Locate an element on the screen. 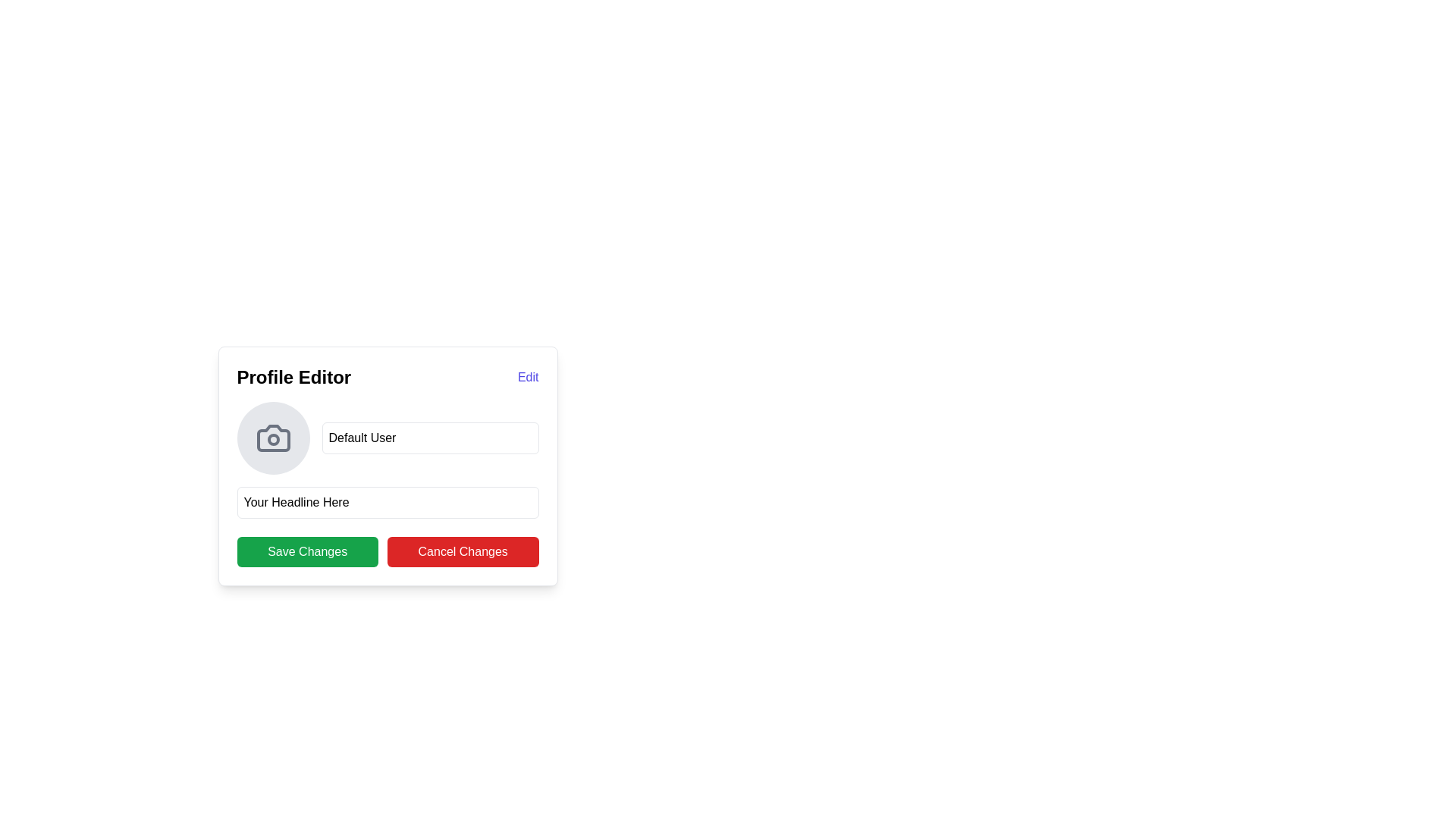  the 'Cancel Changes' button, which is a rectangular button with a red background and white text, located immediately to the right of the 'Save Changes' button in the profile editor interface is located at coordinates (462, 552).